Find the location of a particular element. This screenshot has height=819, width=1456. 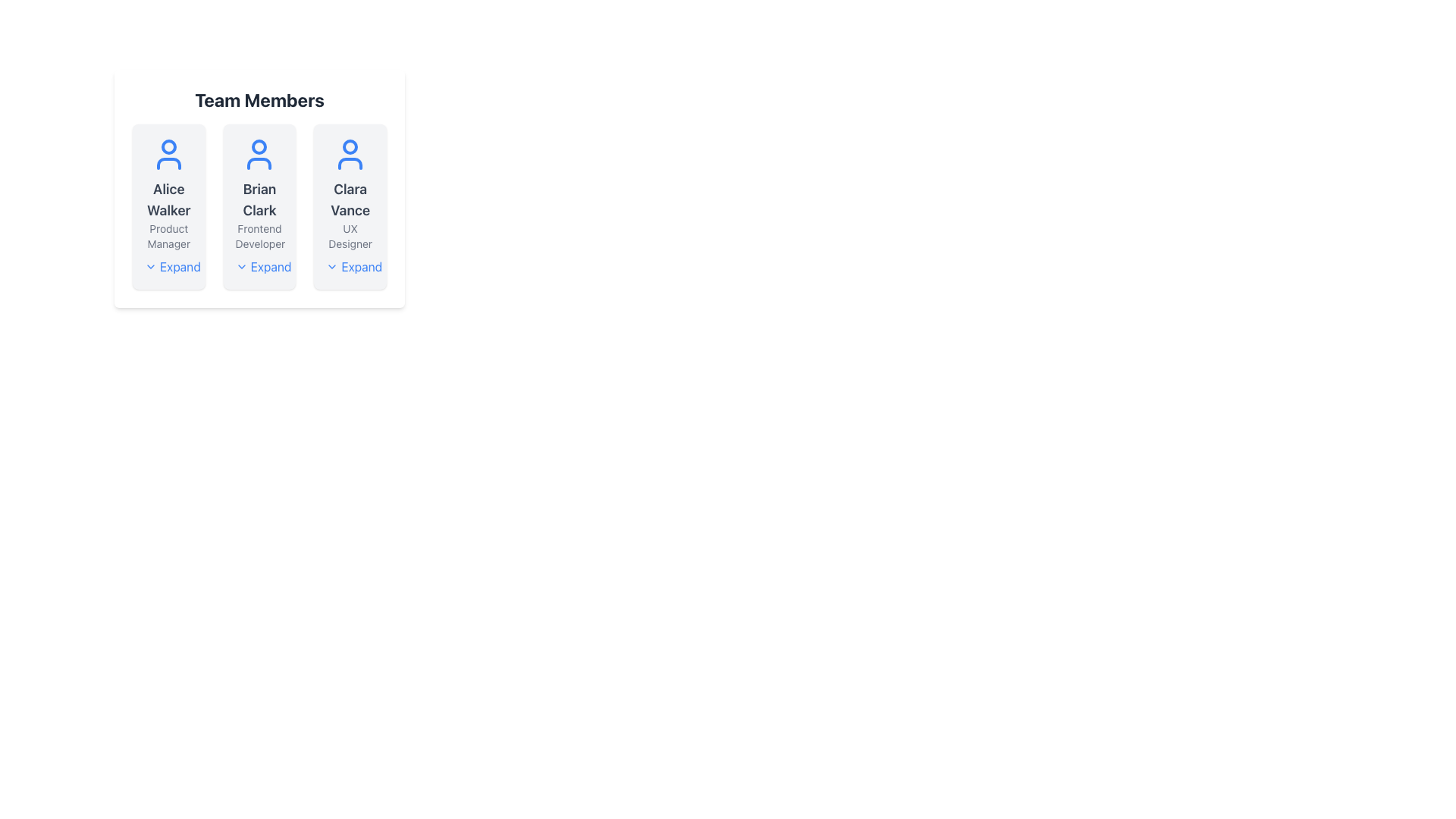

the toggle button at the bottom center of Brian Clark's profile card is located at coordinates (263, 265).